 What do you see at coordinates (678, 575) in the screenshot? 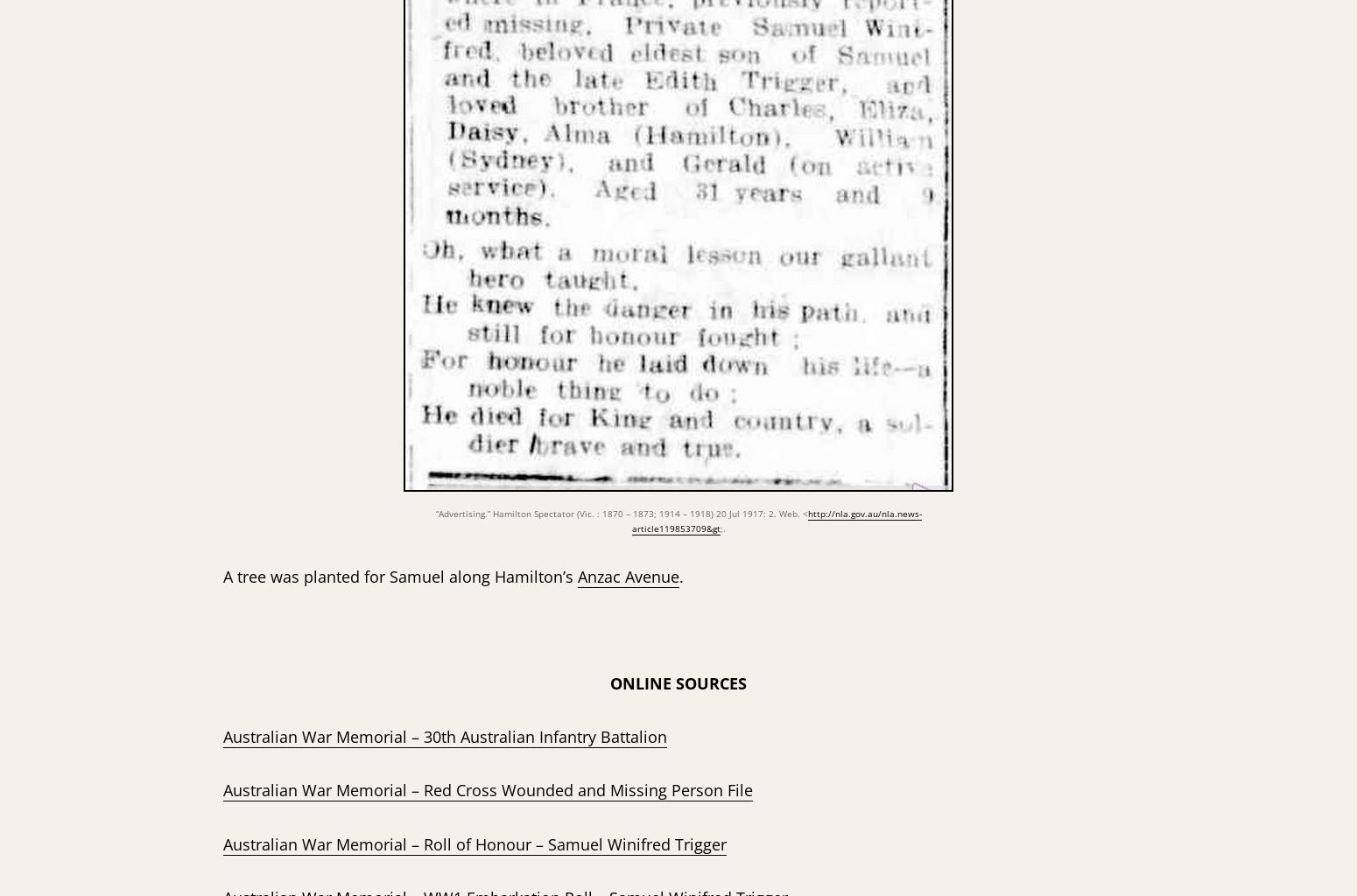
I see `'.'` at bounding box center [678, 575].